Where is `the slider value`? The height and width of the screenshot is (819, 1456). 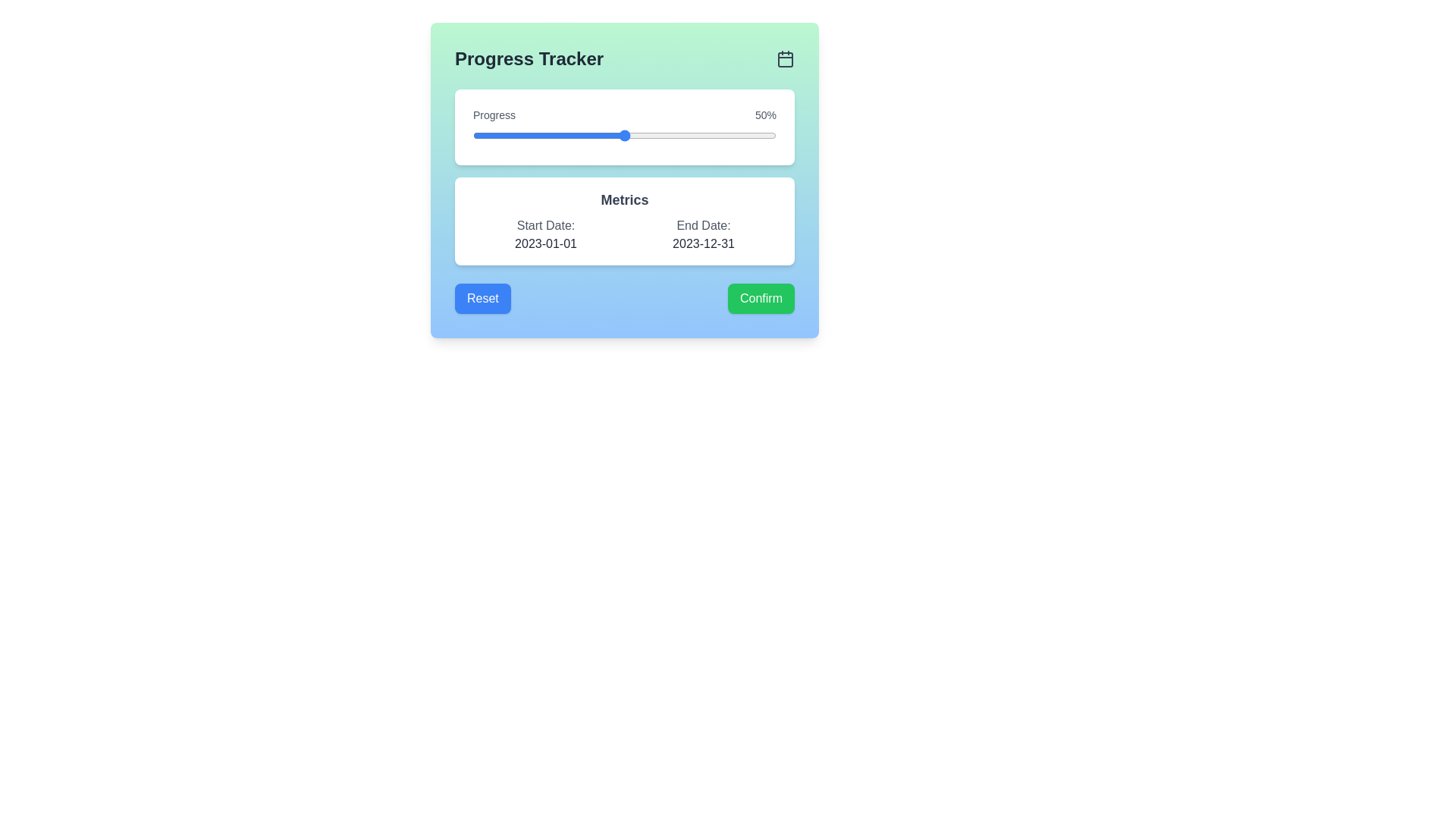 the slider value is located at coordinates (749, 134).